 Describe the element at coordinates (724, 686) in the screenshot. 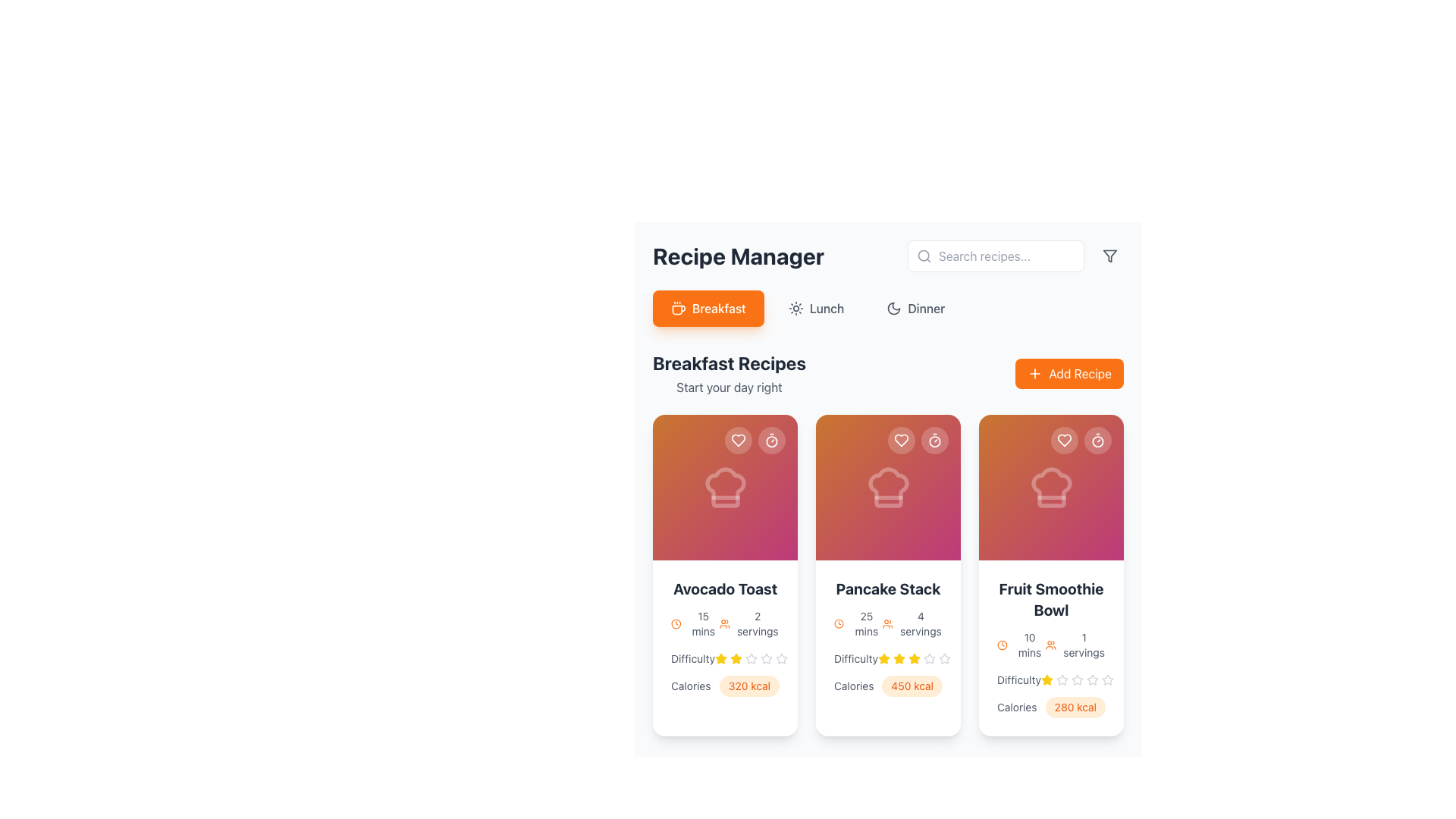

I see `text label displaying 'Calories 320 kcal' with a gray style and an orange background, located at the bottom of the 'Avocado Toast' card among breakfast recipes` at that location.